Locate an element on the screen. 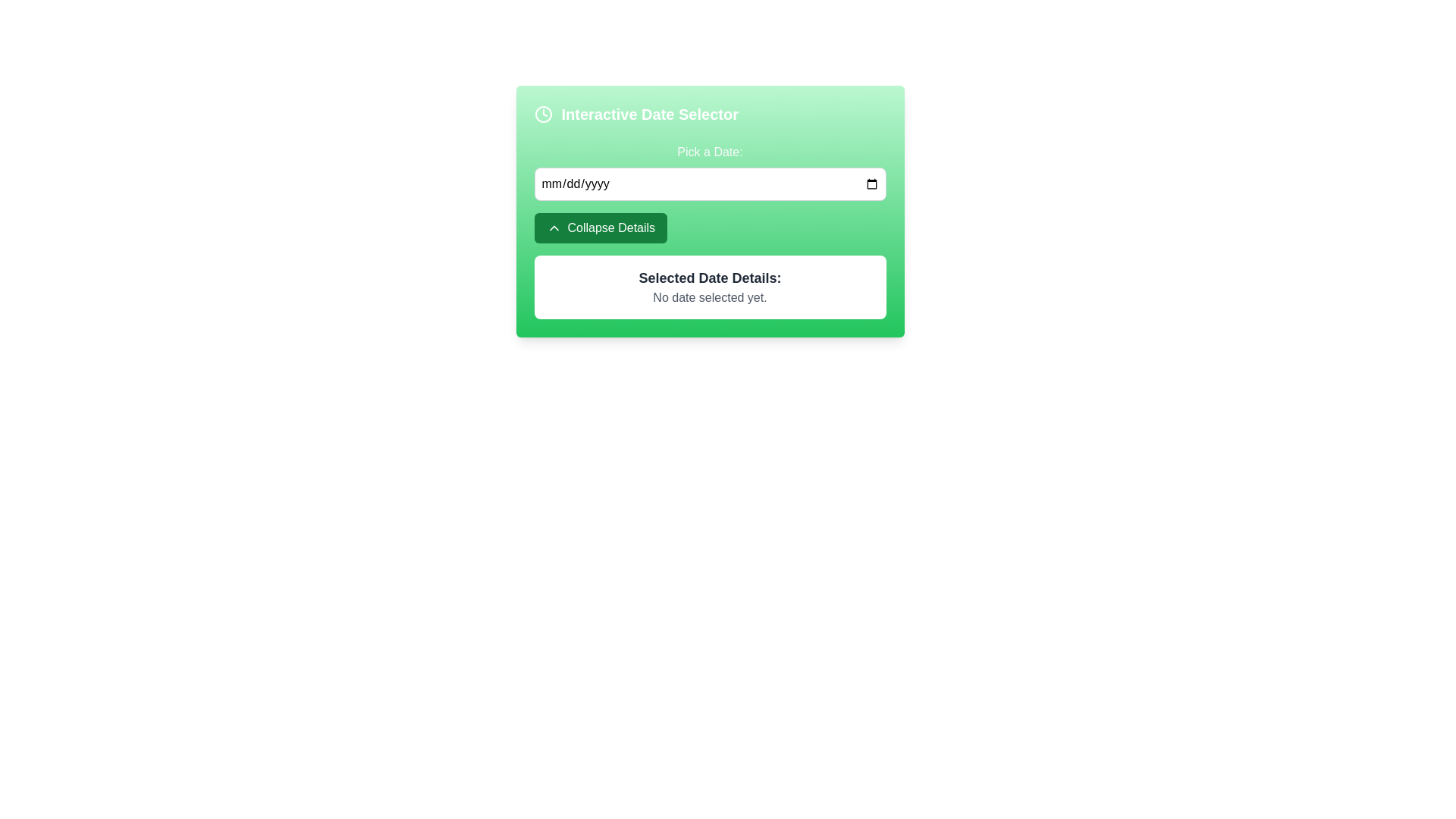 Image resolution: width=1456 pixels, height=819 pixels. the decorative icon for the 'Interactive Date Selector' component, located to the far left of the title bar, directly adjacent to the text 'Interactive Date Selector' is located at coordinates (543, 113).